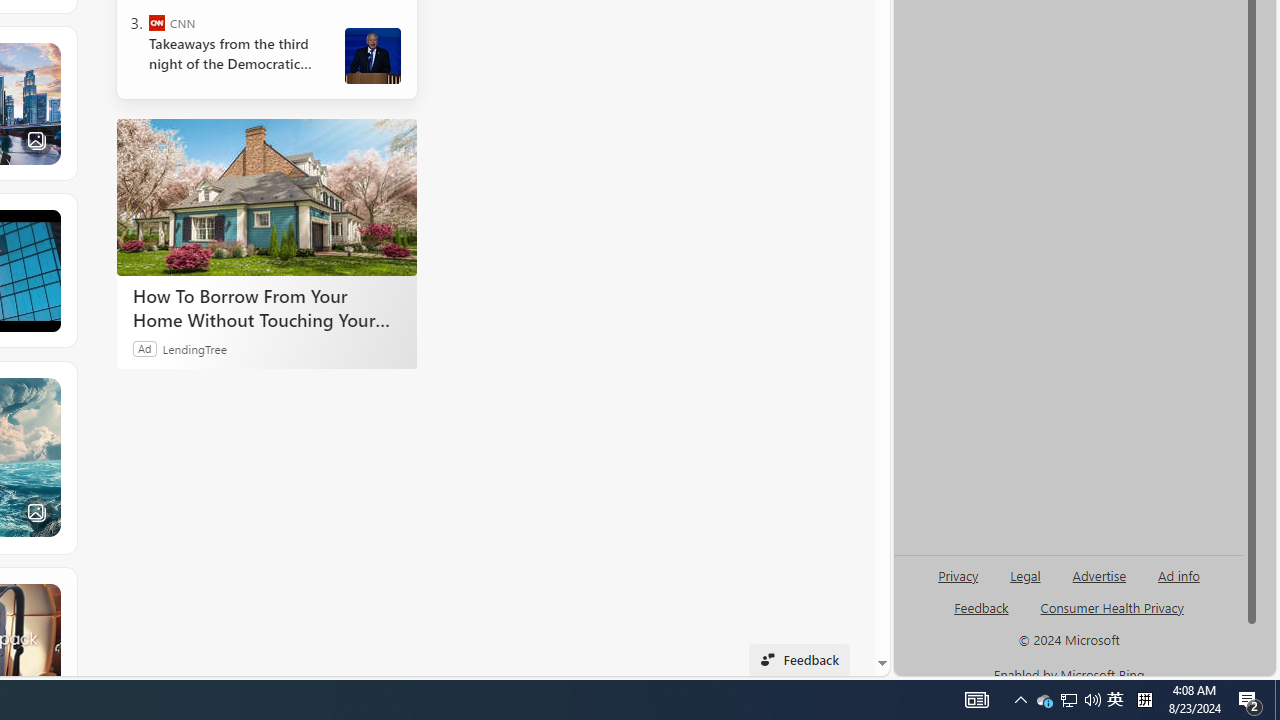 The width and height of the screenshot is (1280, 720). I want to click on 'CNN', so click(155, 23).